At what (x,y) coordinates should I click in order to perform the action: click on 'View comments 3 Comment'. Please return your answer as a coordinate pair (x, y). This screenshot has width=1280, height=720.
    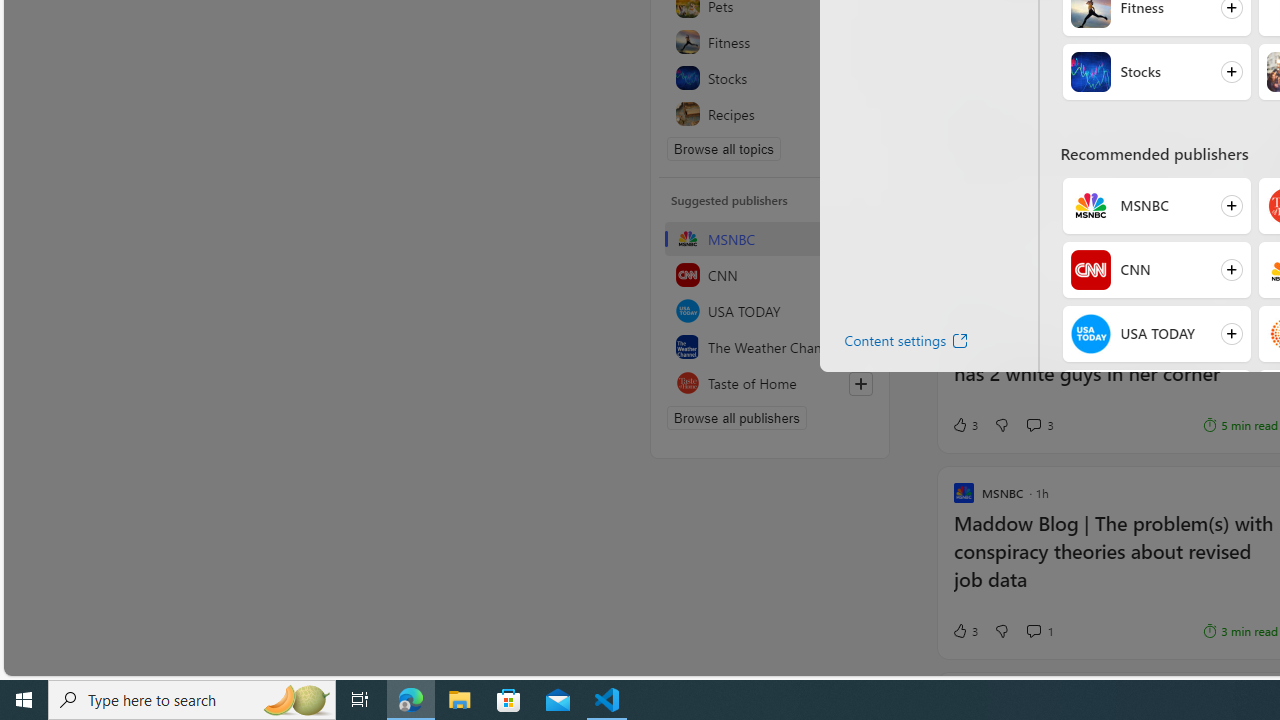
    Looking at the image, I should click on (1040, 424).